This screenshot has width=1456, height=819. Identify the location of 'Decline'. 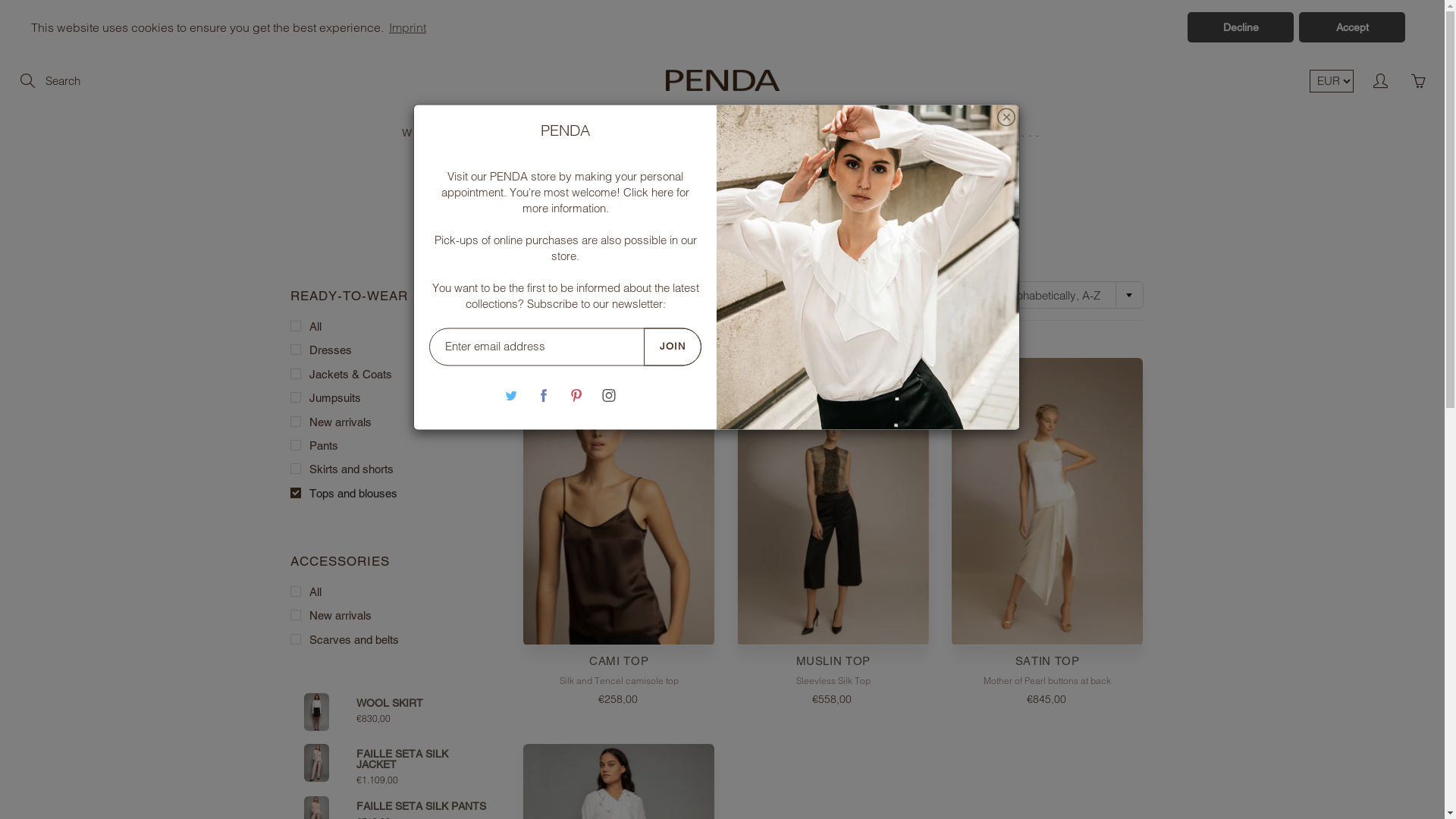
(1241, 27).